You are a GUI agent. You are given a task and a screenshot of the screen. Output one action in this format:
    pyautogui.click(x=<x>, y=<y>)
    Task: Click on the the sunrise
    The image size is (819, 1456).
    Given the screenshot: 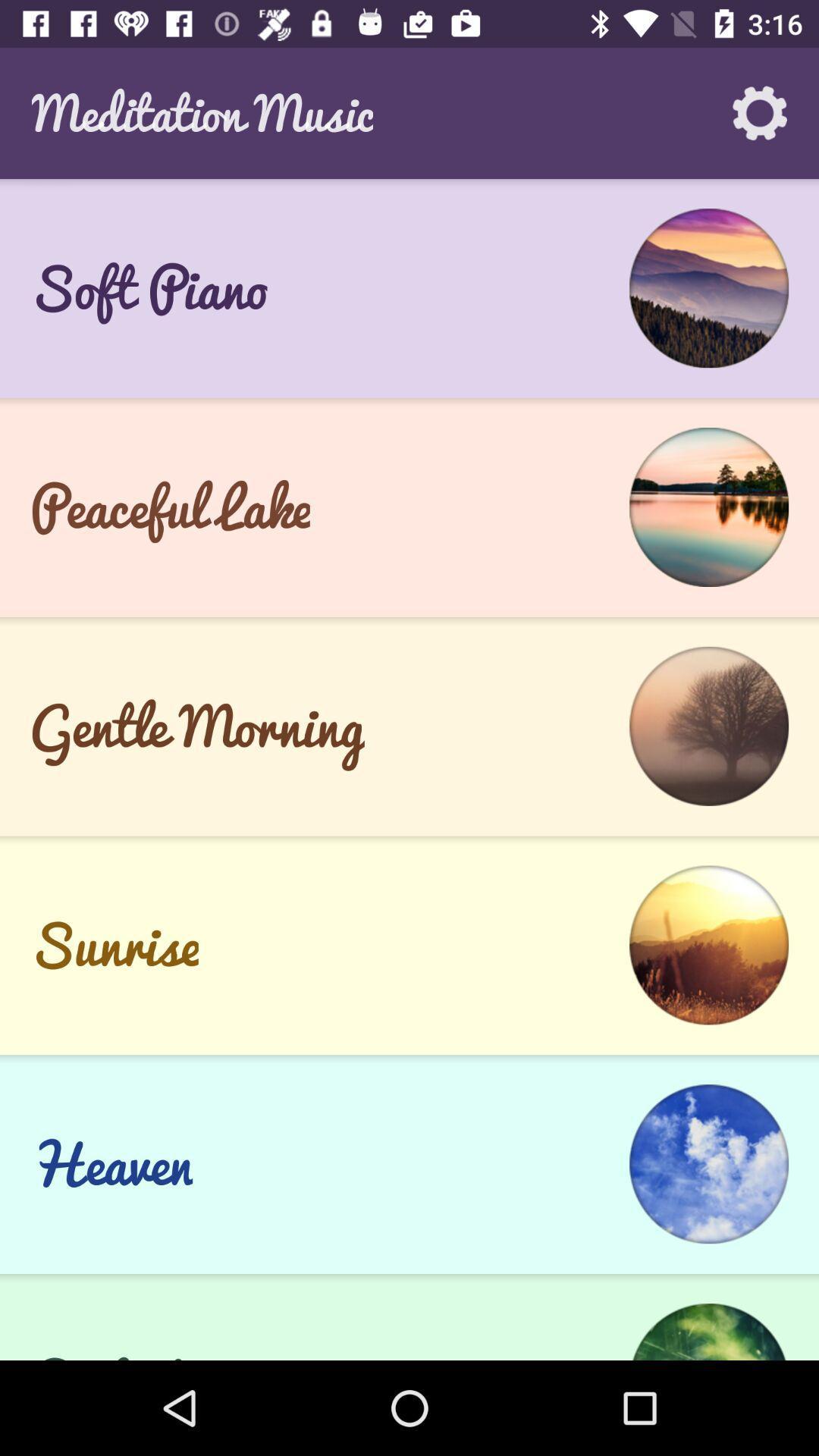 What is the action you would take?
    pyautogui.click(x=113, y=944)
    